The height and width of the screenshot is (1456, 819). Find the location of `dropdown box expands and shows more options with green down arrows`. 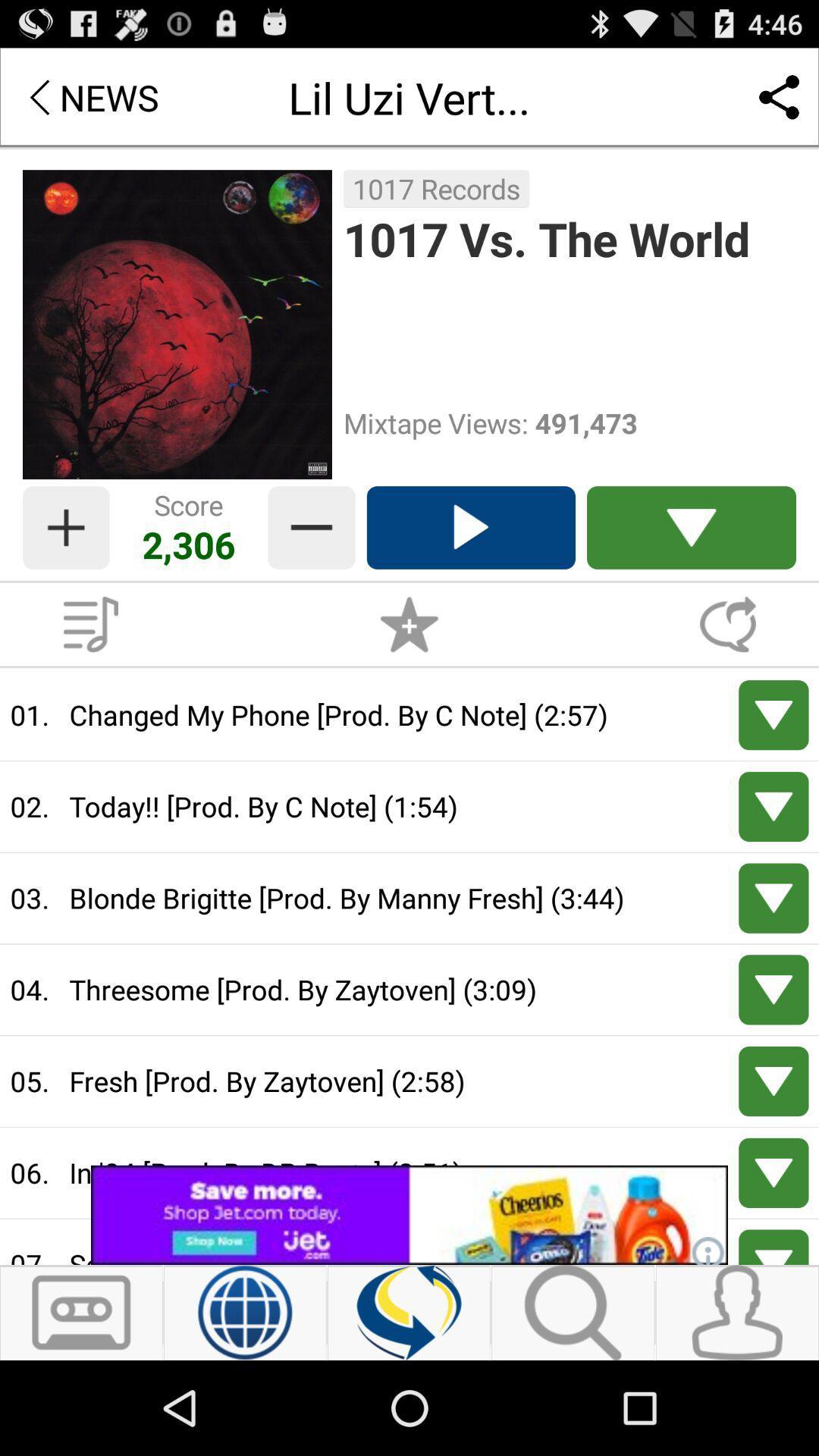

dropdown box expands and shows more options with green down arrows is located at coordinates (691, 528).